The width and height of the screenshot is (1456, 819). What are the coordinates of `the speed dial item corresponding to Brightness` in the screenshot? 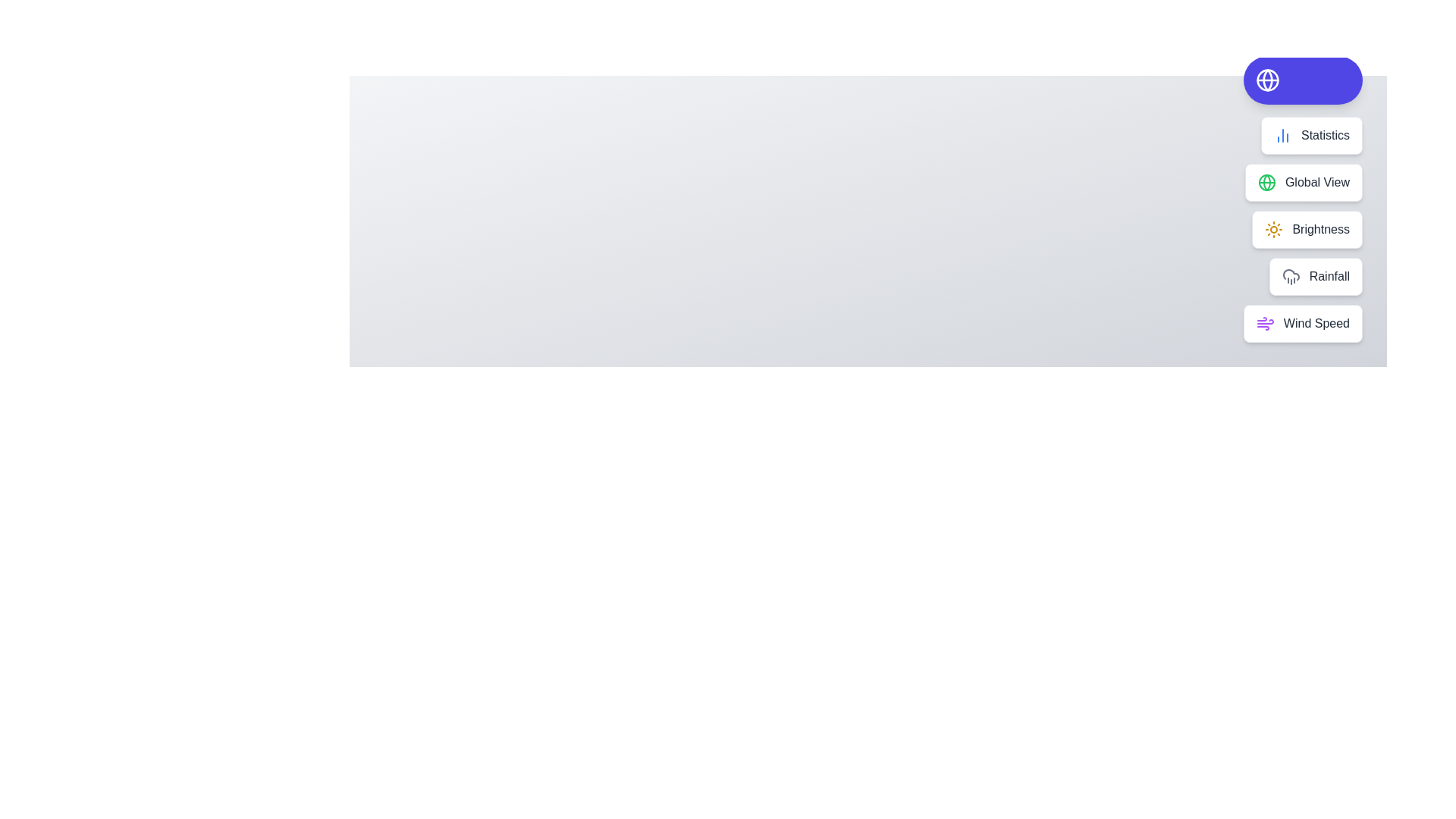 It's located at (1307, 230).